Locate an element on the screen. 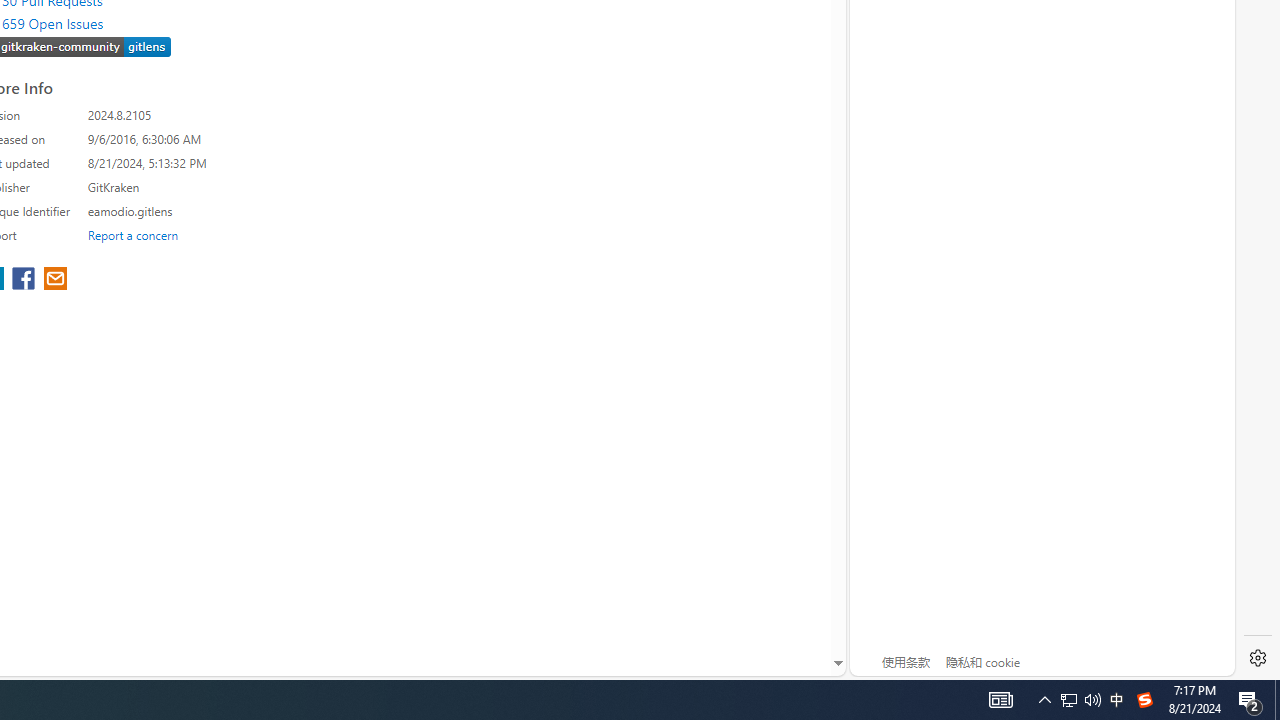  'Tray Input Indicator - Chinese (Simplified, China)' is located at coordinates (1144, 698).